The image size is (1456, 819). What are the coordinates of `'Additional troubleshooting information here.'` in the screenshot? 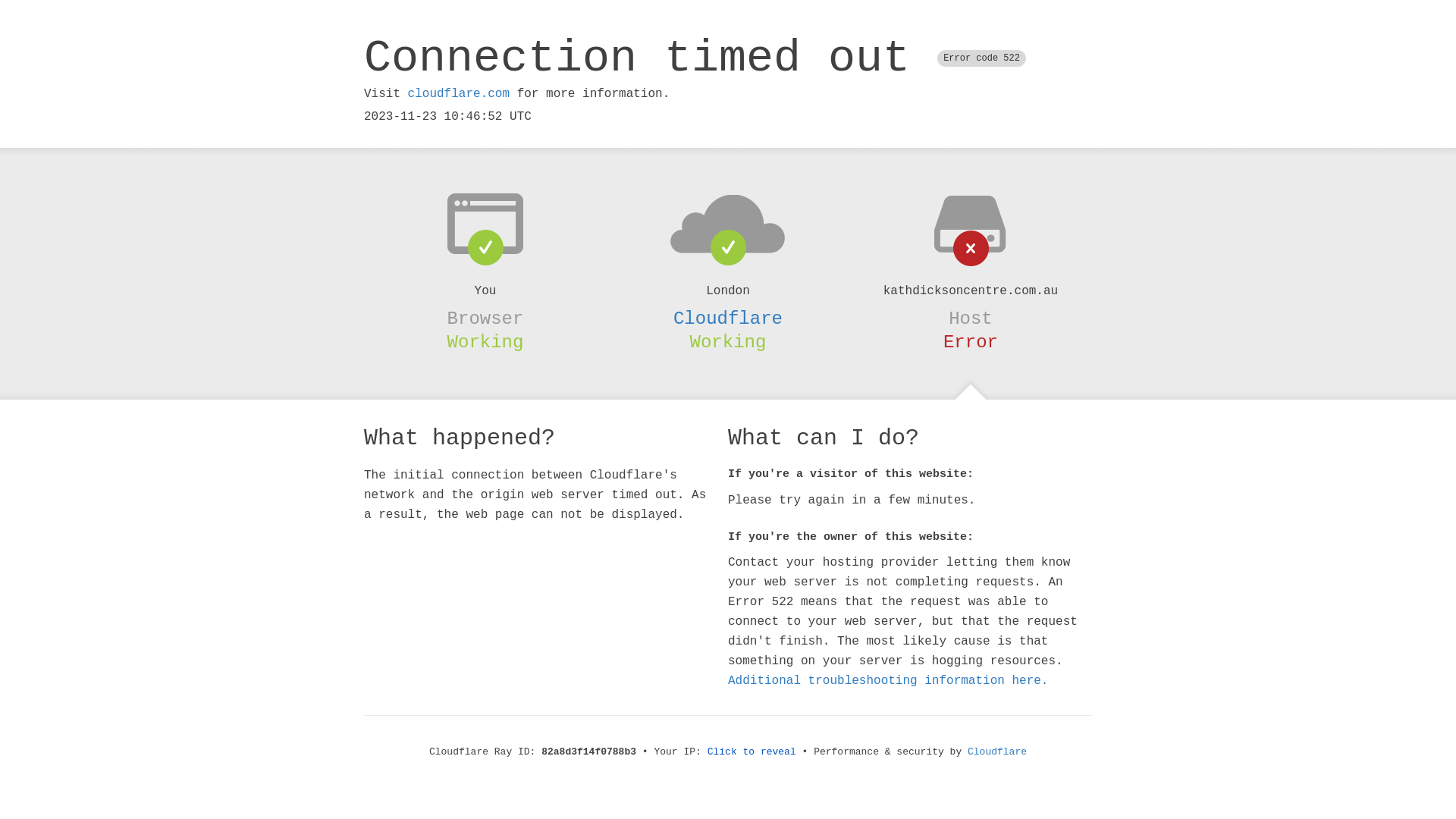 It's located at (888, 680).